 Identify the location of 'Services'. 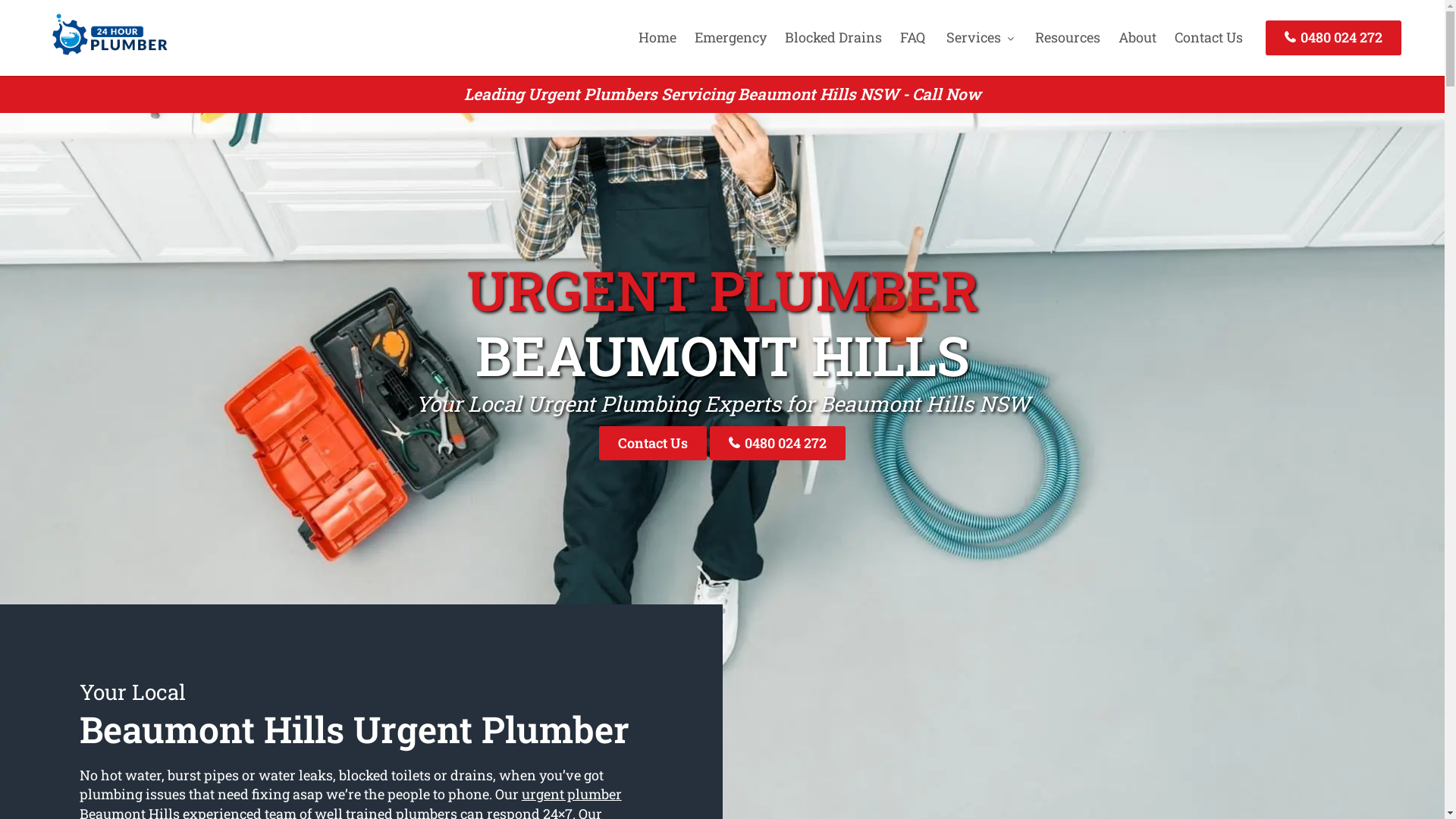
(980, 36).